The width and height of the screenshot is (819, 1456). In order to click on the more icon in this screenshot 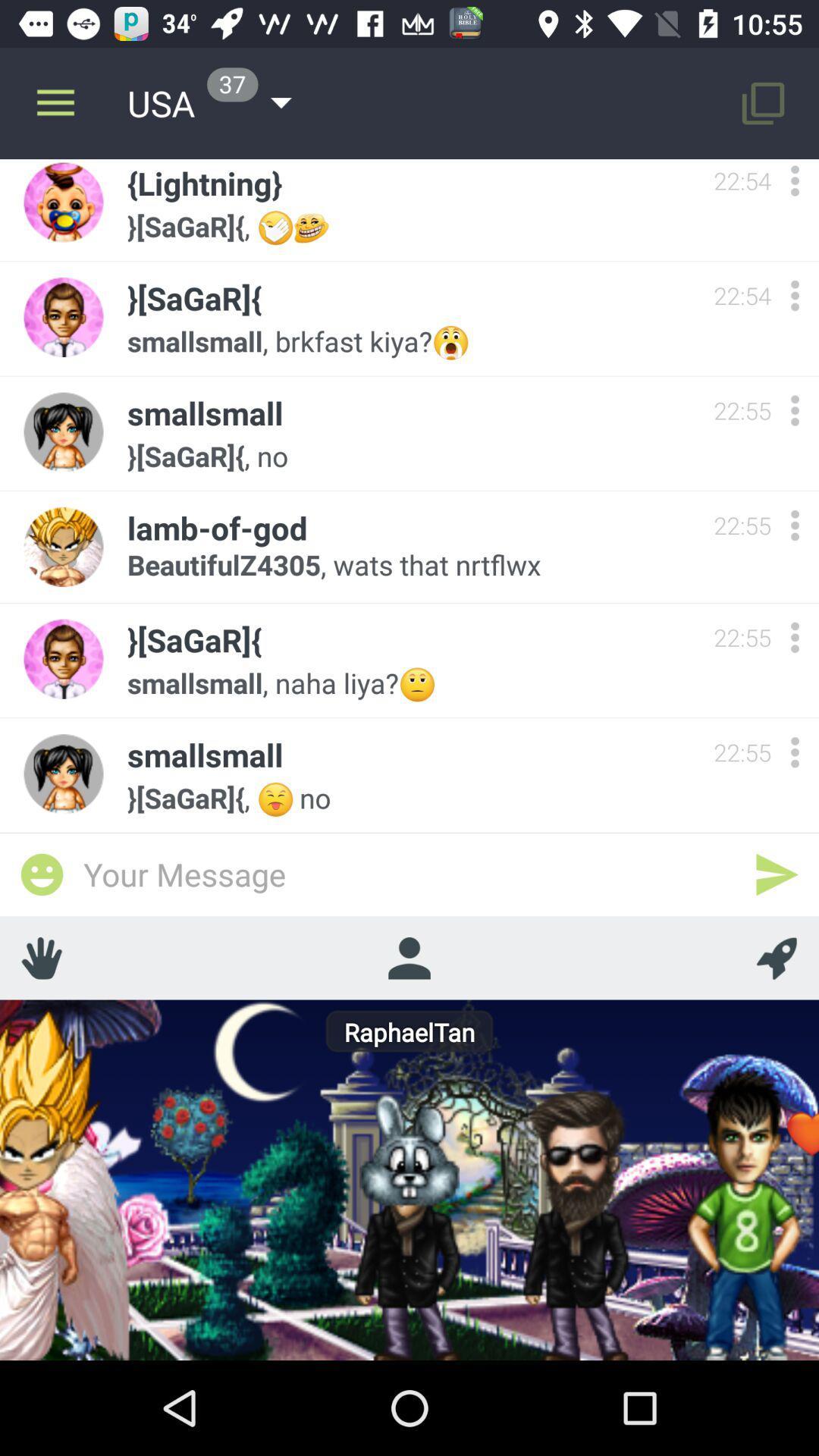, I will do `click(794, 295)`.